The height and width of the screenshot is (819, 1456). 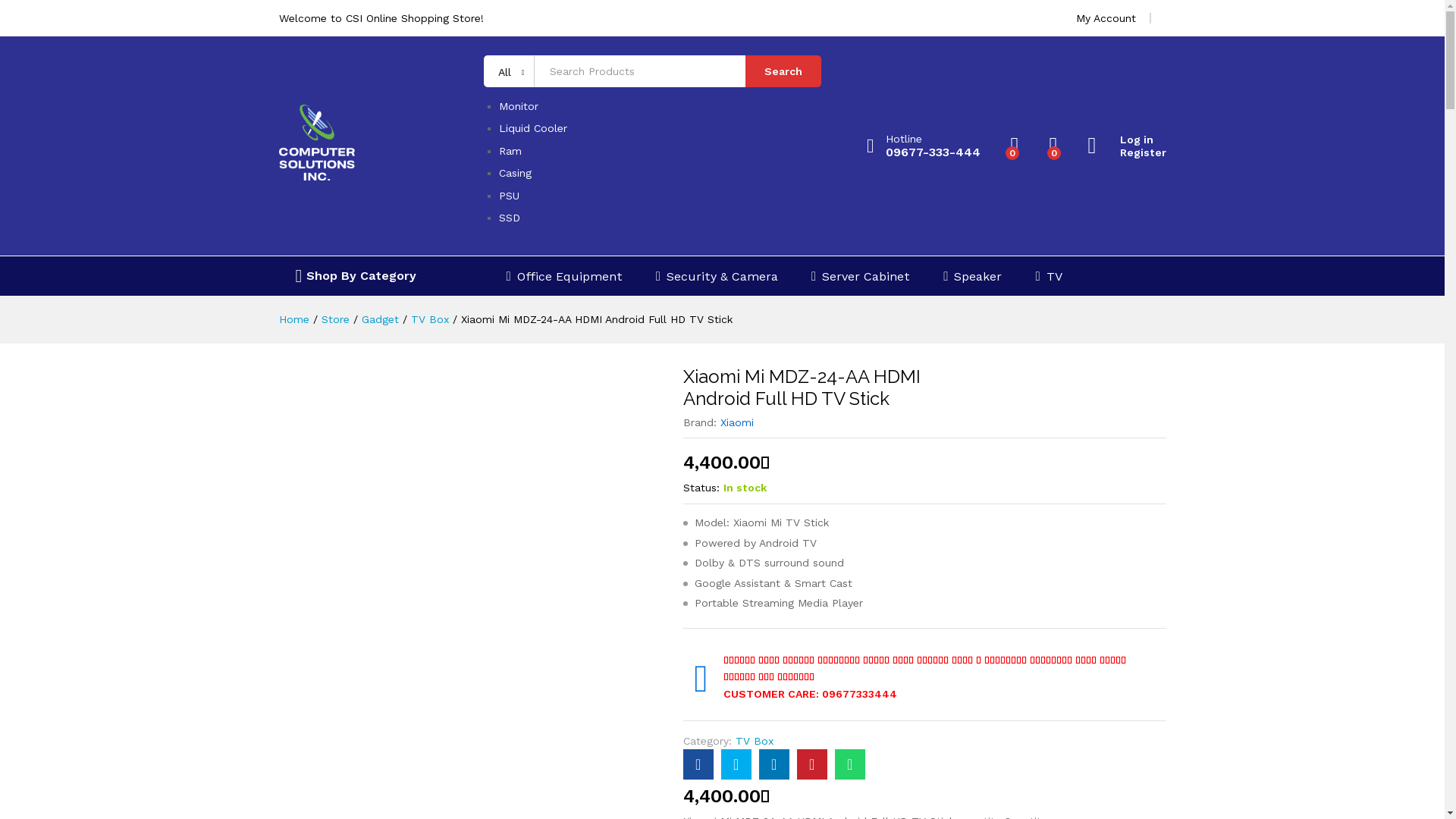 I want to click on 'Security & Camera', so click(x=716, y=276).